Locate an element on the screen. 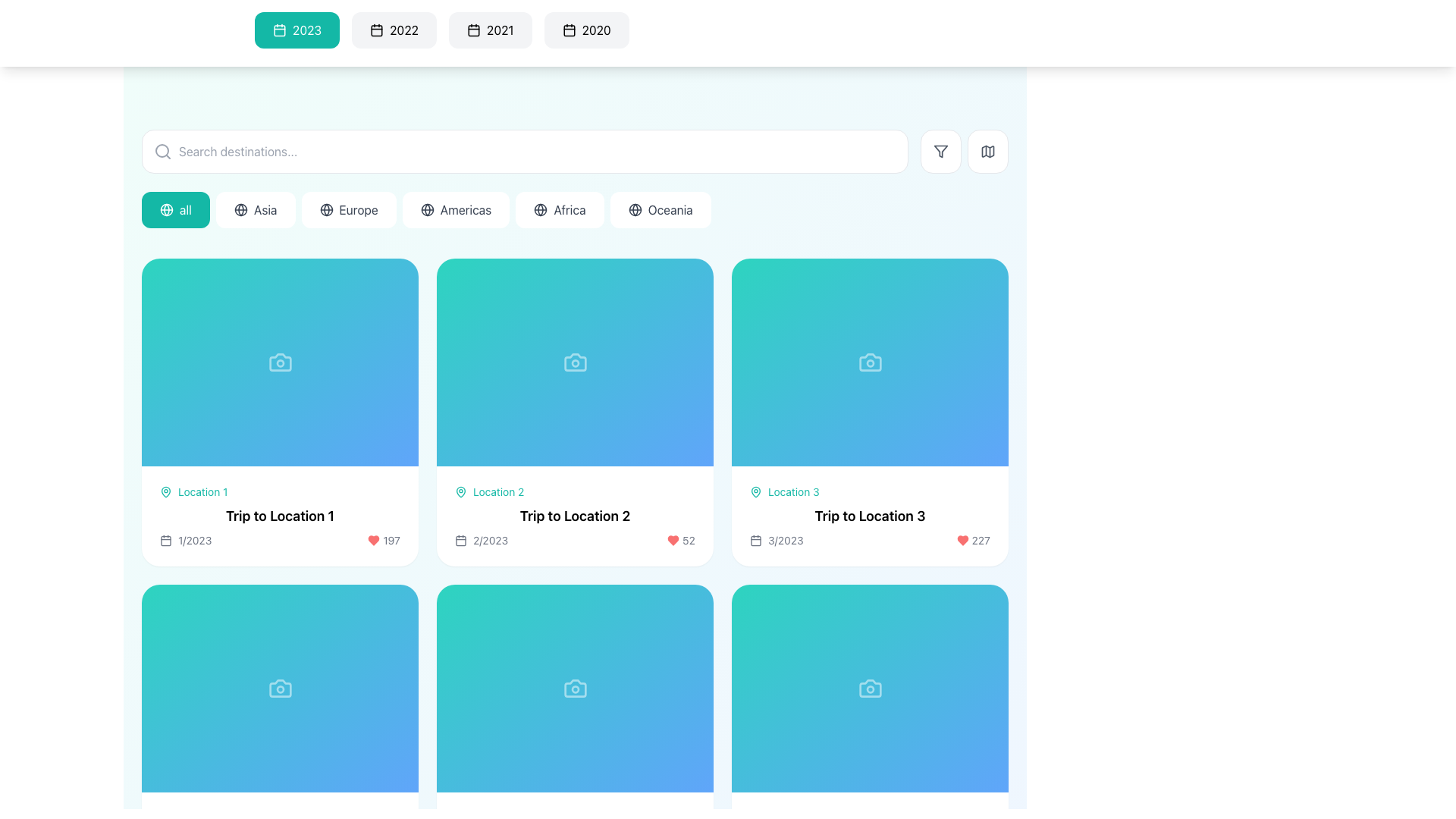 The width and height of the screenshot is (1456, 819). the location icon that is situated to the left of the text 'Location 1' within the card for 'Trip to Location 1' is located at coordinates (166, 491).